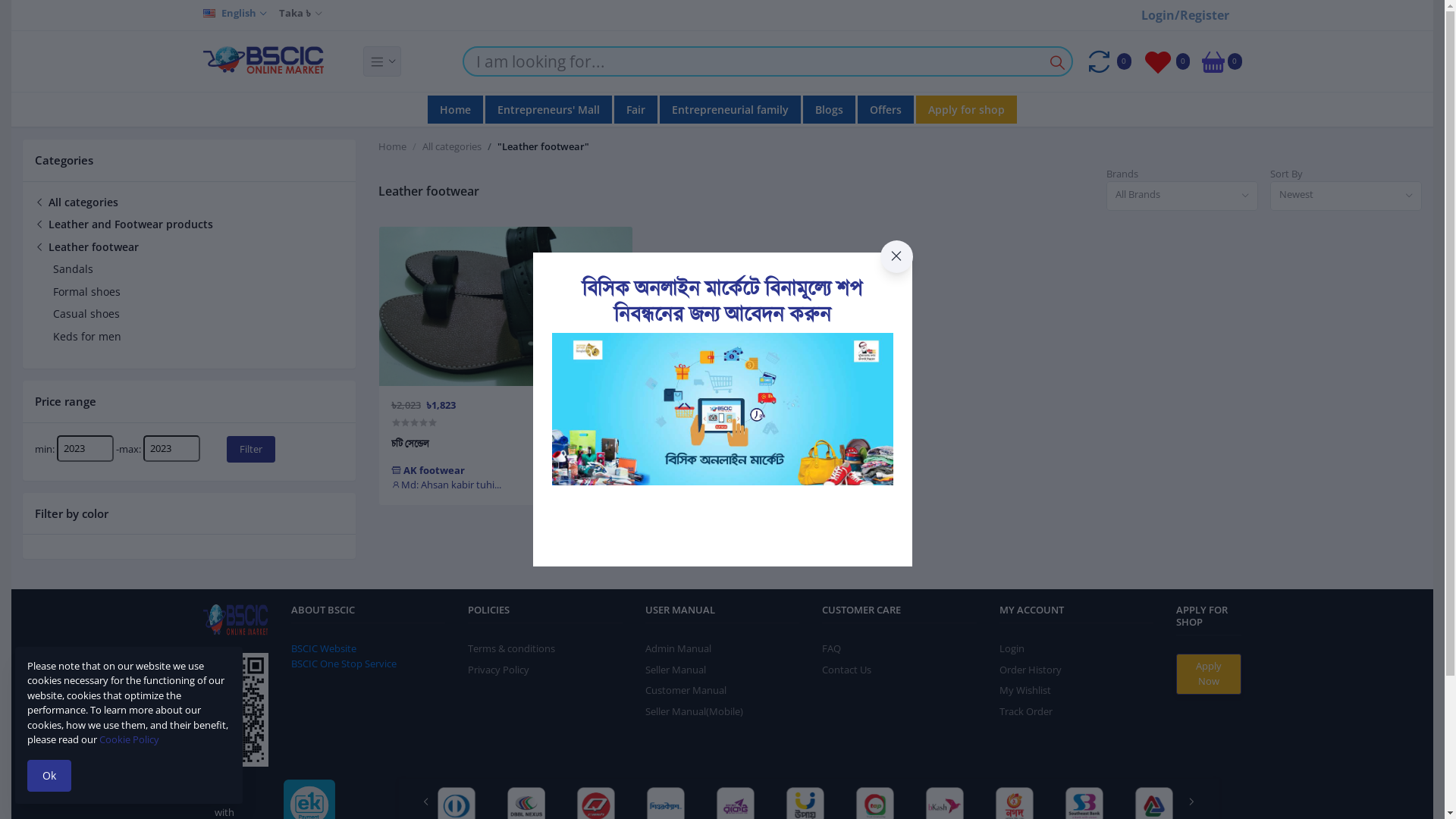  What do you see at coordinates (645, 669) in the screenshot?
I see `'Seller Manual'` at bounding box center [645, 669].